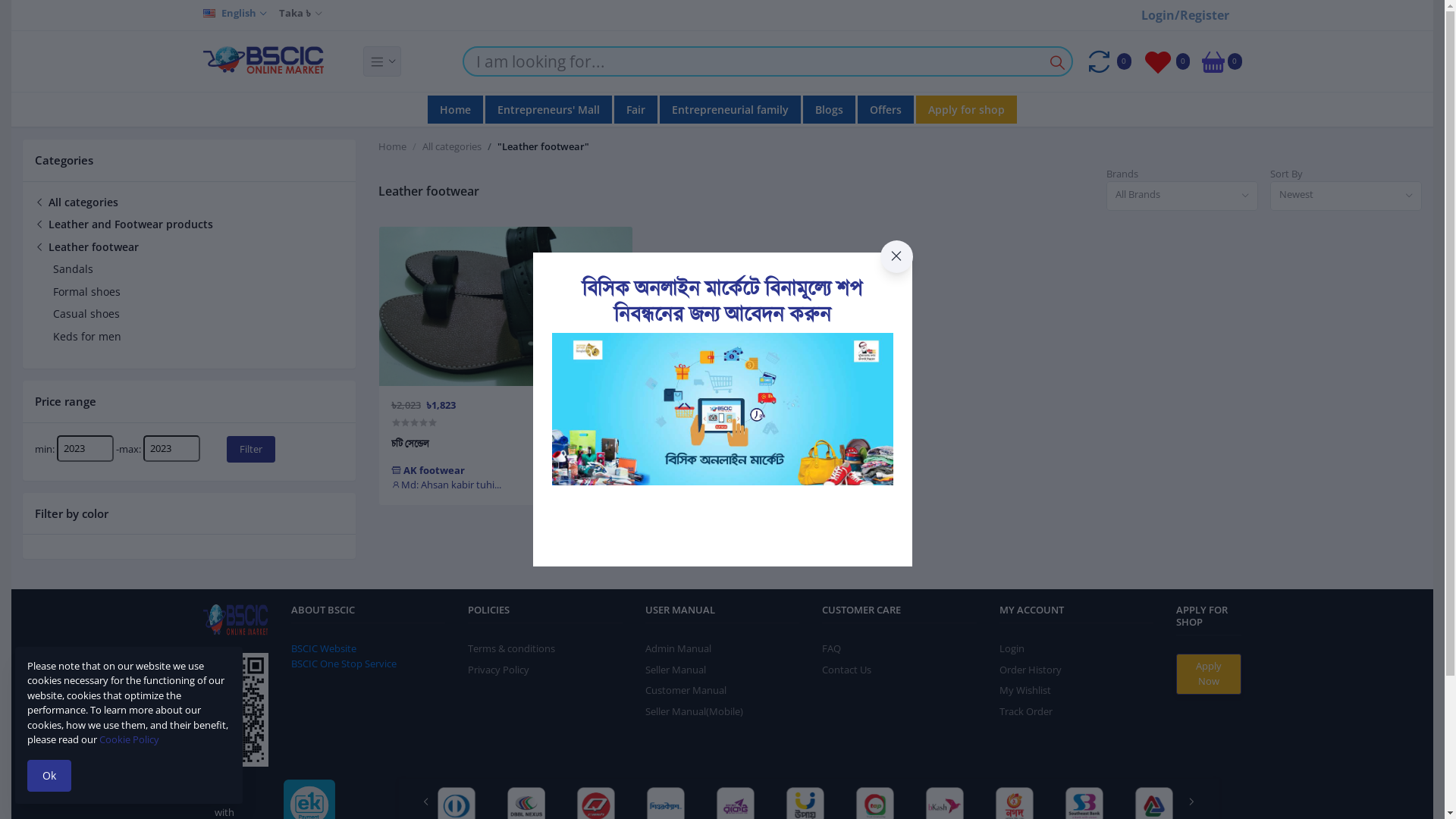  What do you see at coordinates (645, 669) in the screenshot?
I see `'Seller Manual'` at bounding box center [645, 669].